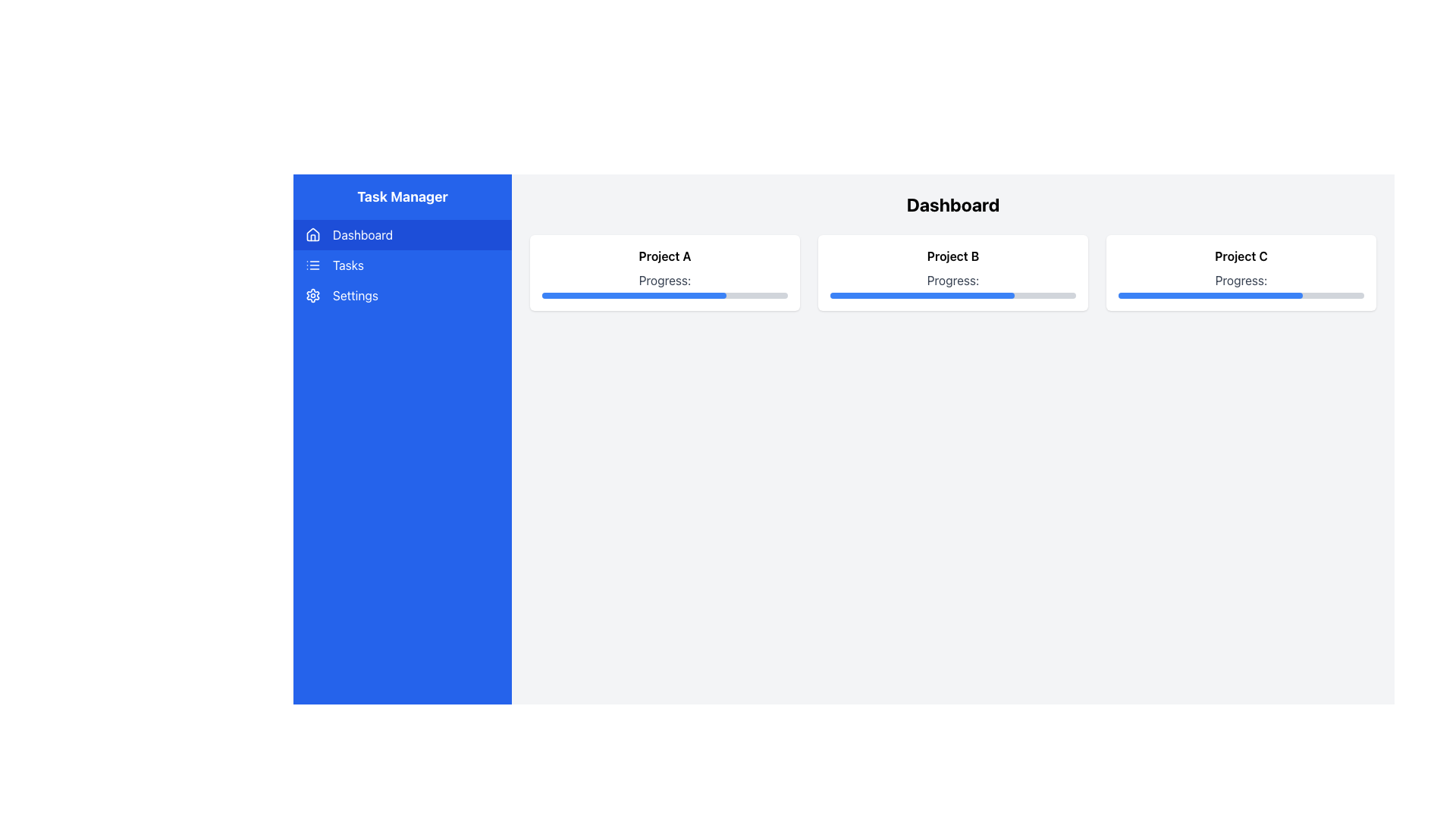 This screenshot has height=819, width=1456. What do you see at coordinates (1241, 295) in the screenshot?
I see `the progress bar that visually represents the completion progress of 'Project C', located below the text 'Progress:' in the project dashboard` at bounding box center [1241, 295].